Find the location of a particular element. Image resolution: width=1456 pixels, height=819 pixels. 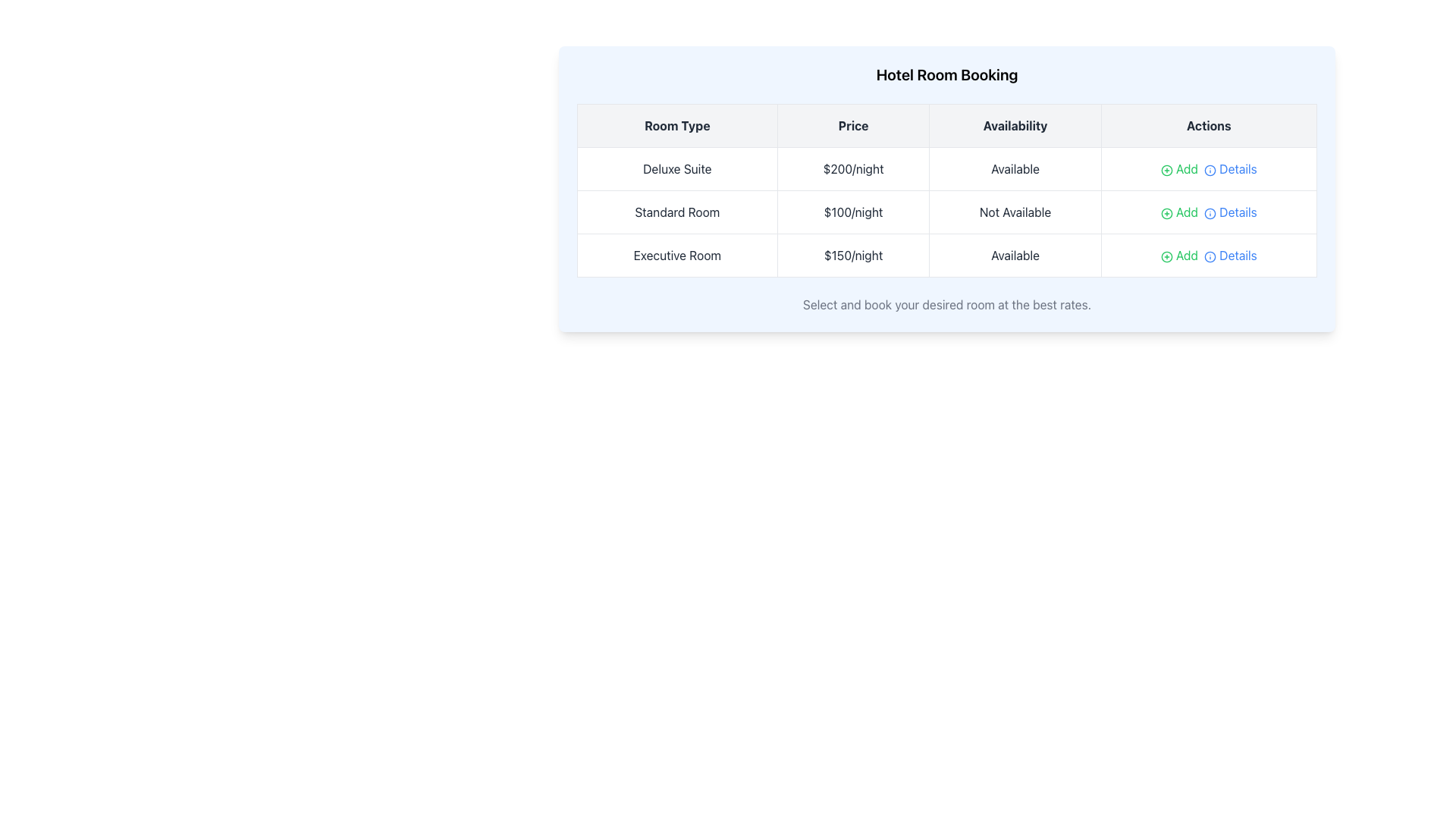

the 'Add' and 'Details' components of the Combined button in the 'Actions' column of the second row in the 'Hotel Room Booking' interface is located at coordinates (1208, 212).